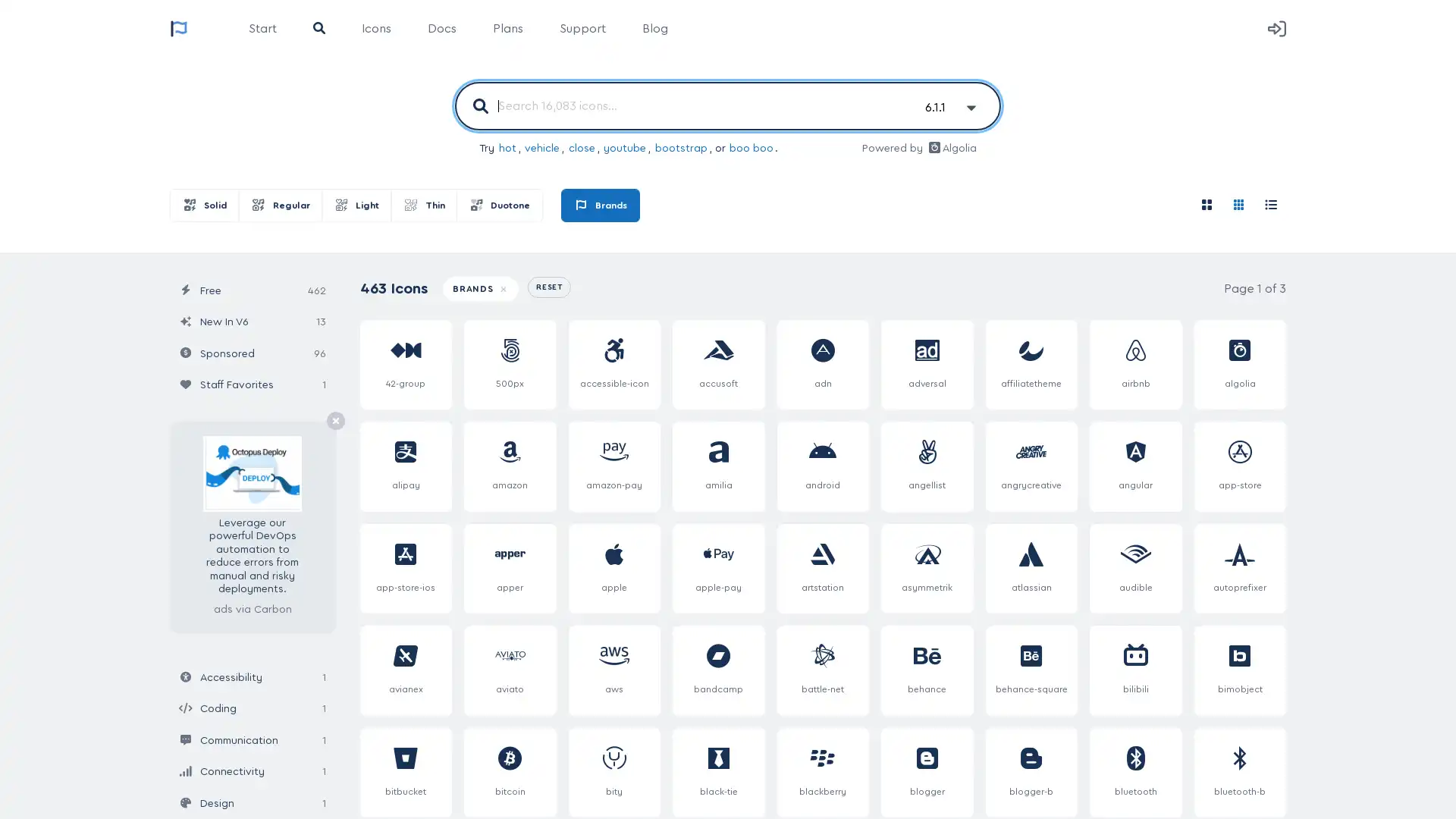 The height and width of the screenshot is (819, 1456). What do you see at coordinates (679, 149) in the screenshot?
I see `bootstrap` at bounding box center [679, 149].